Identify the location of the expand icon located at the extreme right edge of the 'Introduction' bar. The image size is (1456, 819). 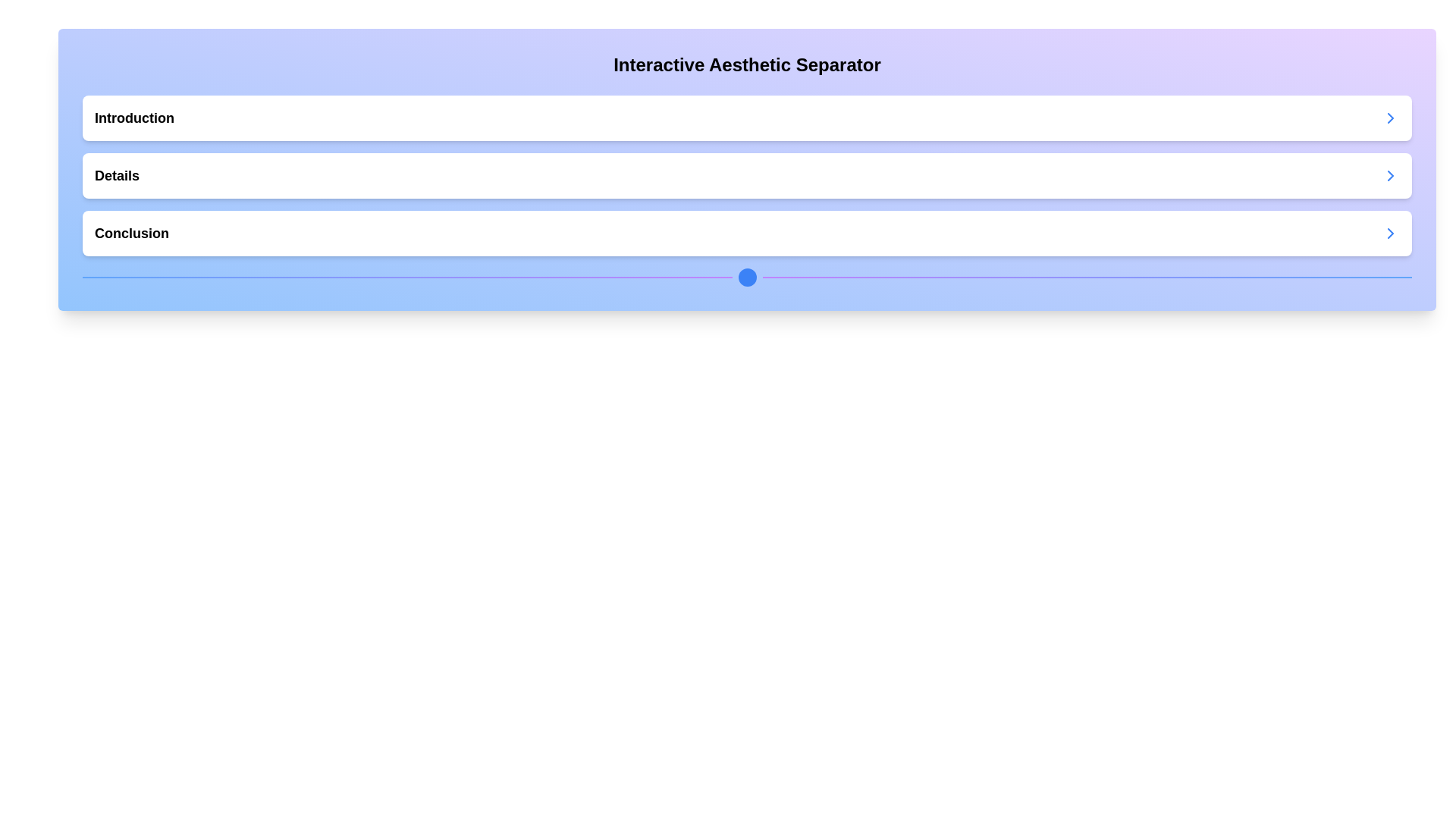
(1390, 117).